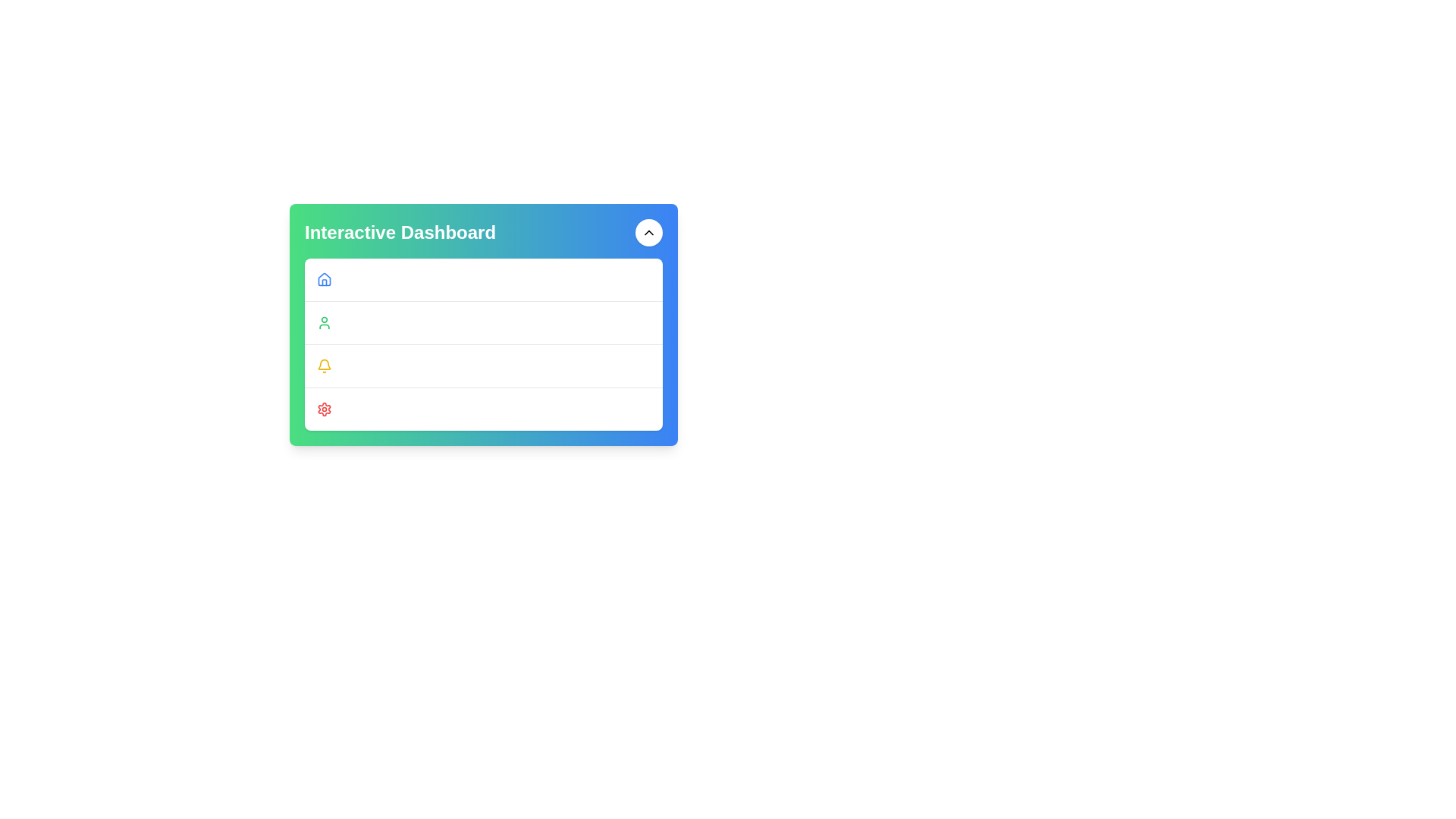 The image size is (1456, 819). Describe the element at coordinates (483, 321) in the screenshot. I see `the 'Profile' menu item, which is the second item in the vertical menu list within a blue-bordered panel` at that location.